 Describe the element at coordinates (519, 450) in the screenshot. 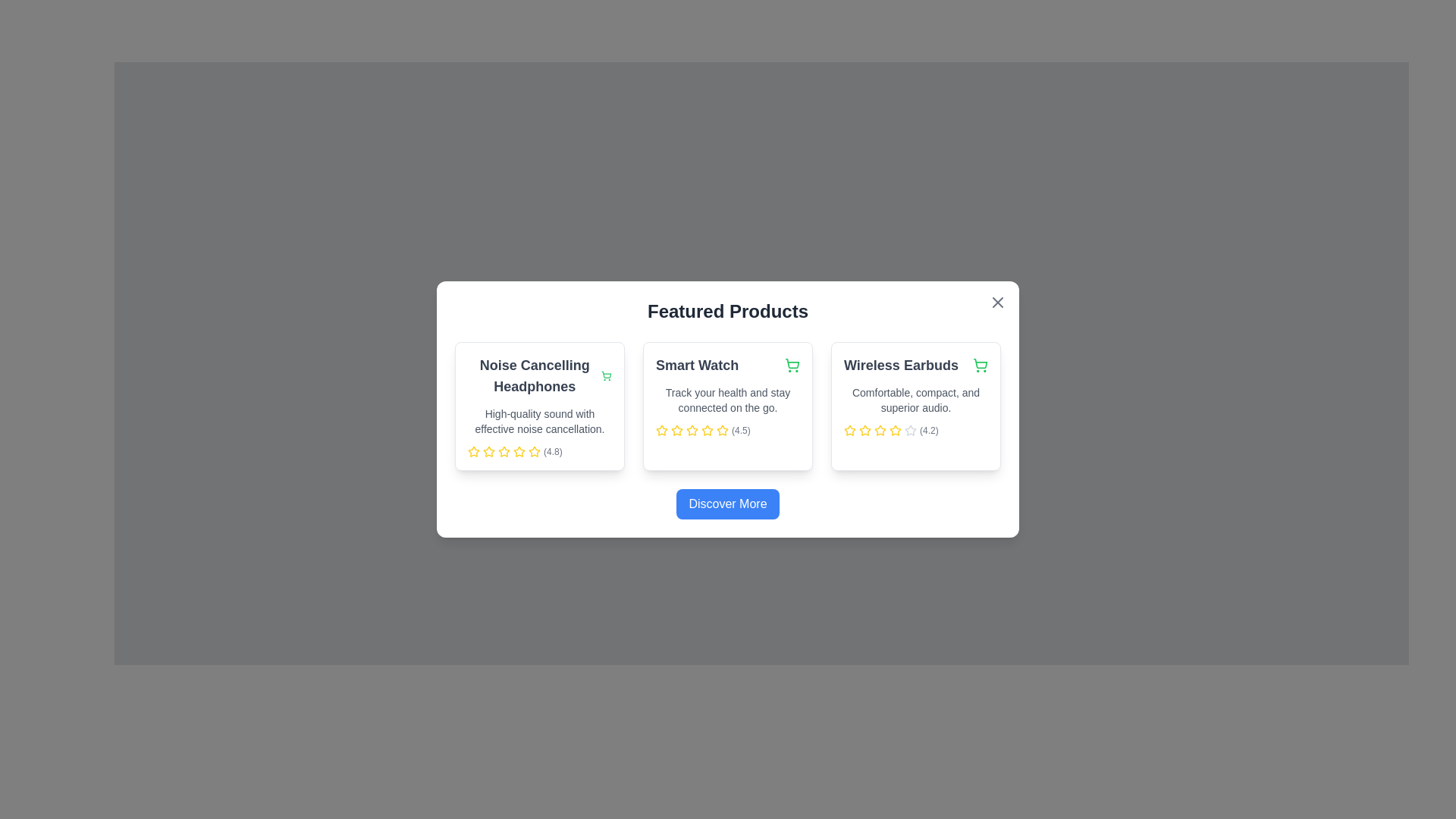

I see `the second star icon in the five-star rating row for the 'Noise Cancelling Headphones' card` at that location.